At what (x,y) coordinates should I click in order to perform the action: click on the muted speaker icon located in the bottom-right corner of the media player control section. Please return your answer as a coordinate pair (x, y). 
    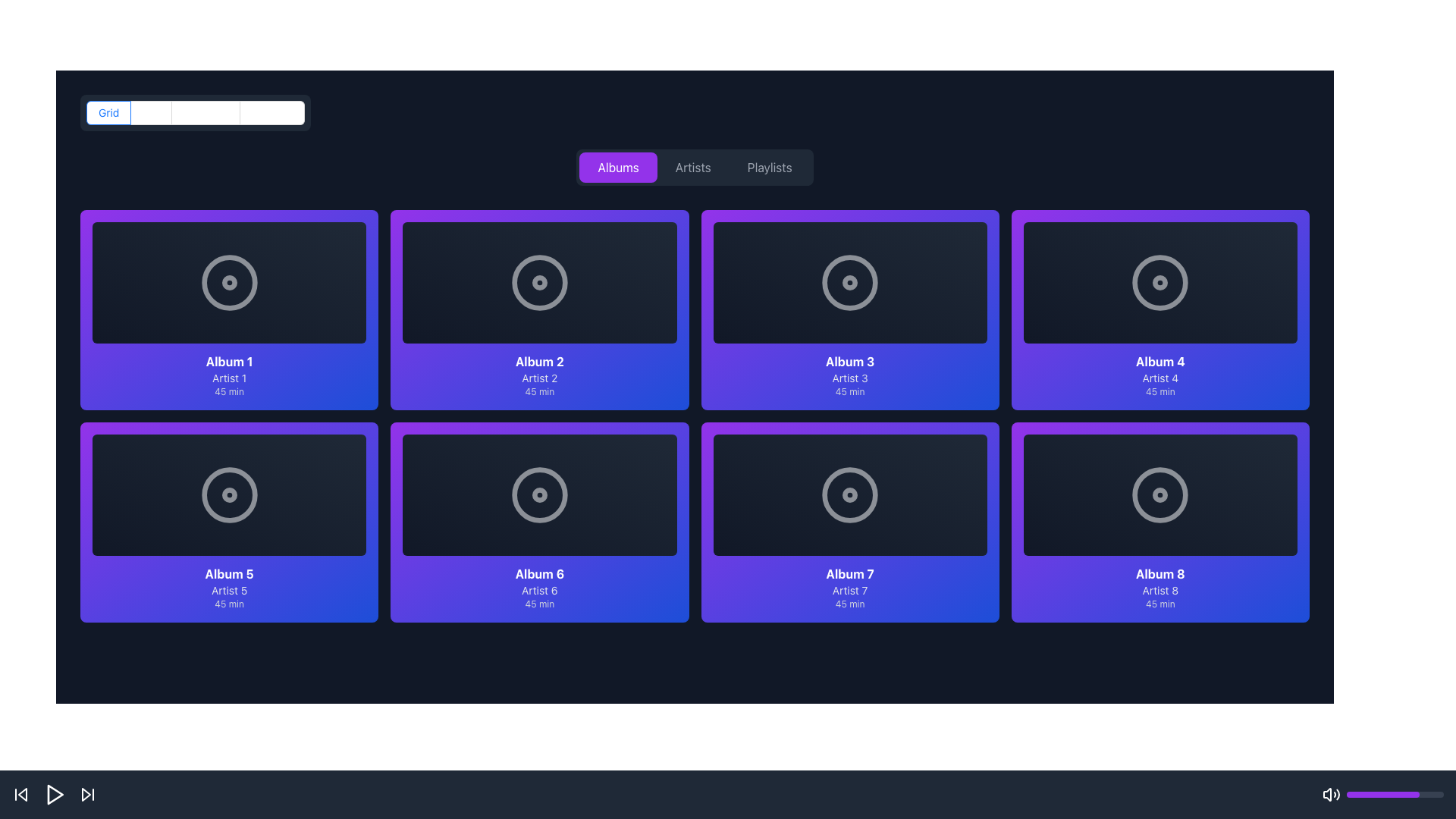
    Looking at the image, I should click on (1326, 794).